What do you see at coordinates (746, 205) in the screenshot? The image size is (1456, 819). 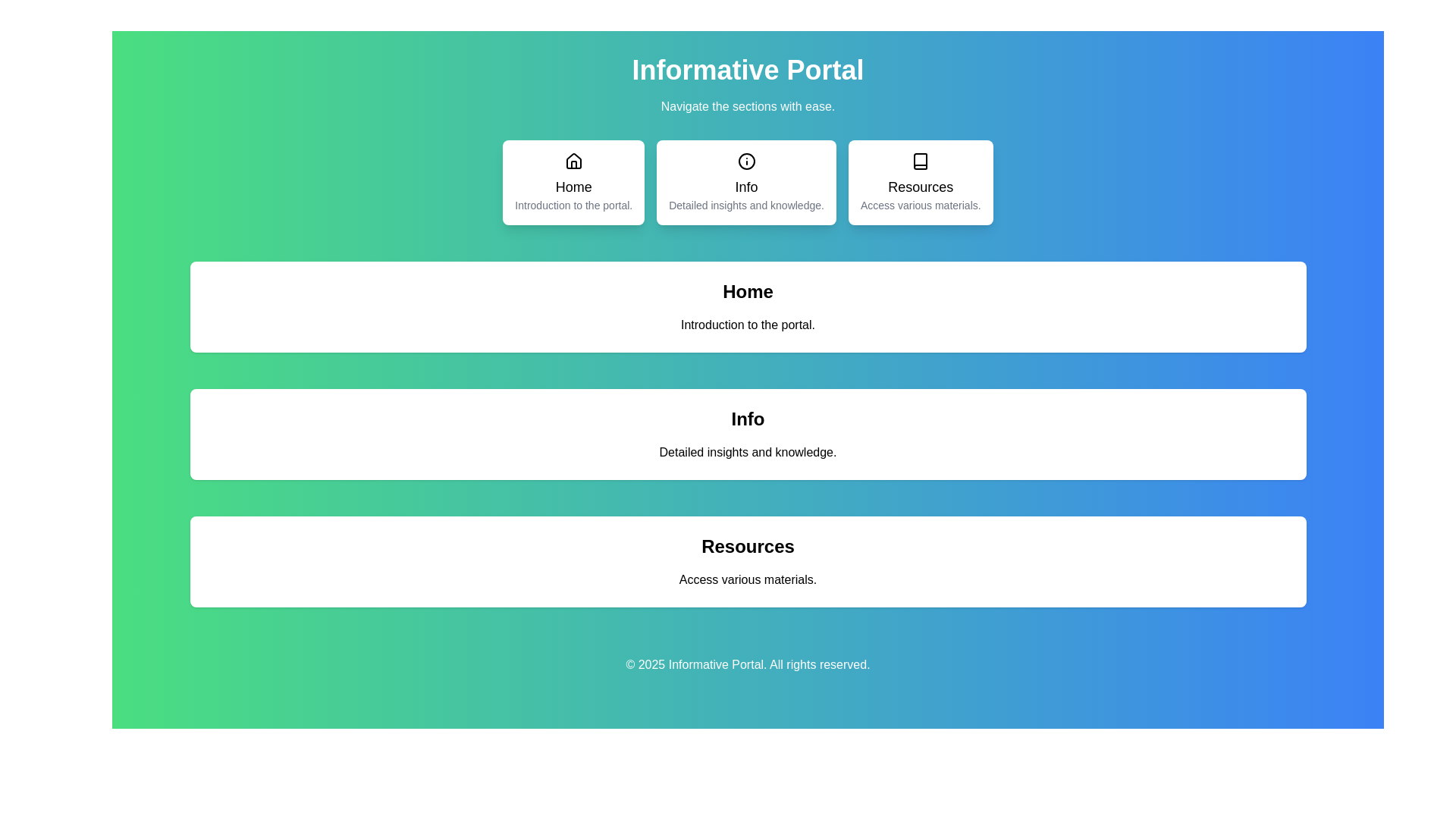 I see `the static text block that reads 'Detailed insights and knowledge.' located below the heading 'Info' in the card component` at bounding box center [746, 205].